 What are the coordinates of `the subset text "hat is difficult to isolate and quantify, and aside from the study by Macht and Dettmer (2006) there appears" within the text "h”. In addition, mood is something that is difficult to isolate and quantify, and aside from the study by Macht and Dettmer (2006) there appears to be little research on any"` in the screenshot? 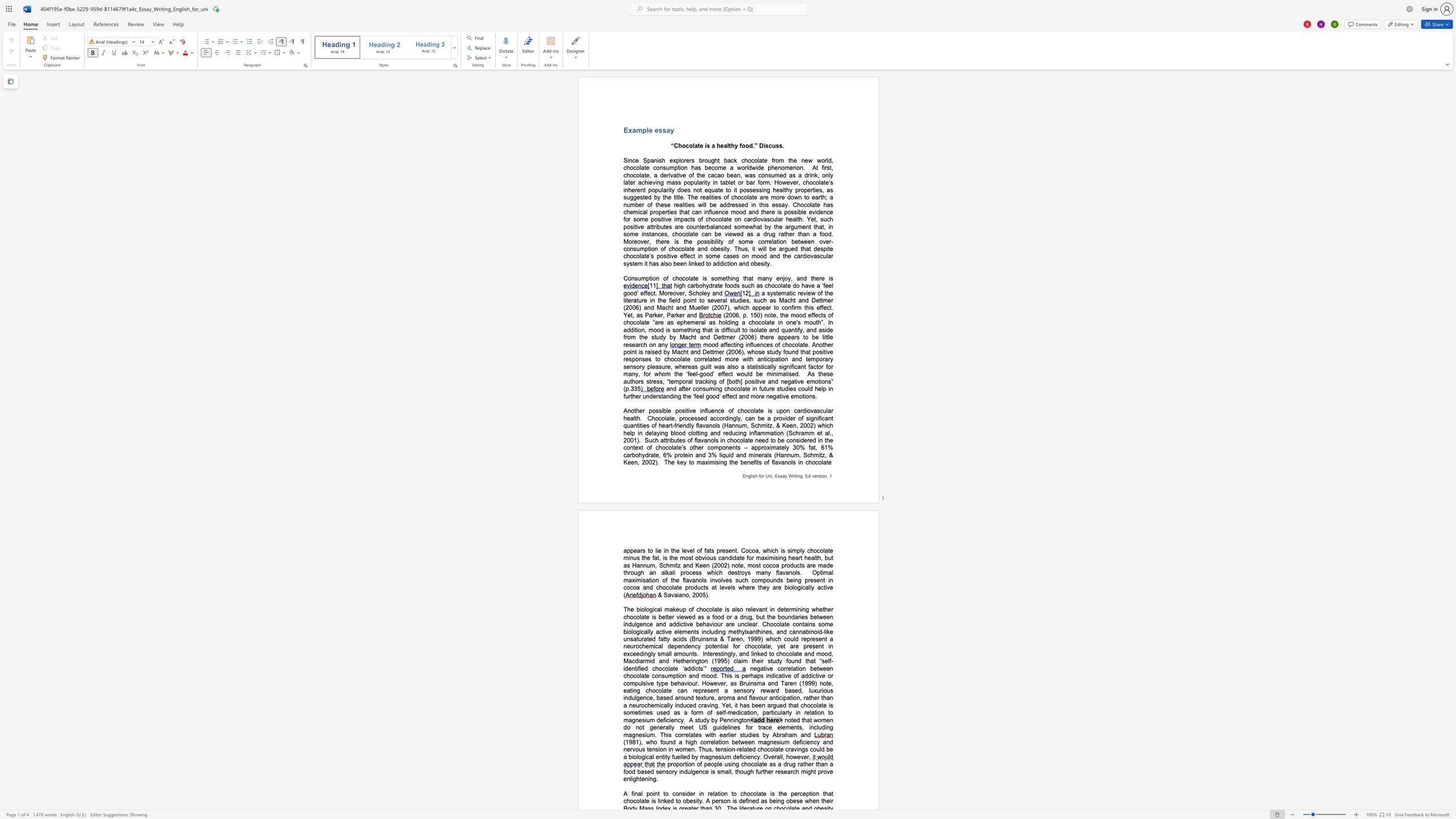 It's located at (704, 330).